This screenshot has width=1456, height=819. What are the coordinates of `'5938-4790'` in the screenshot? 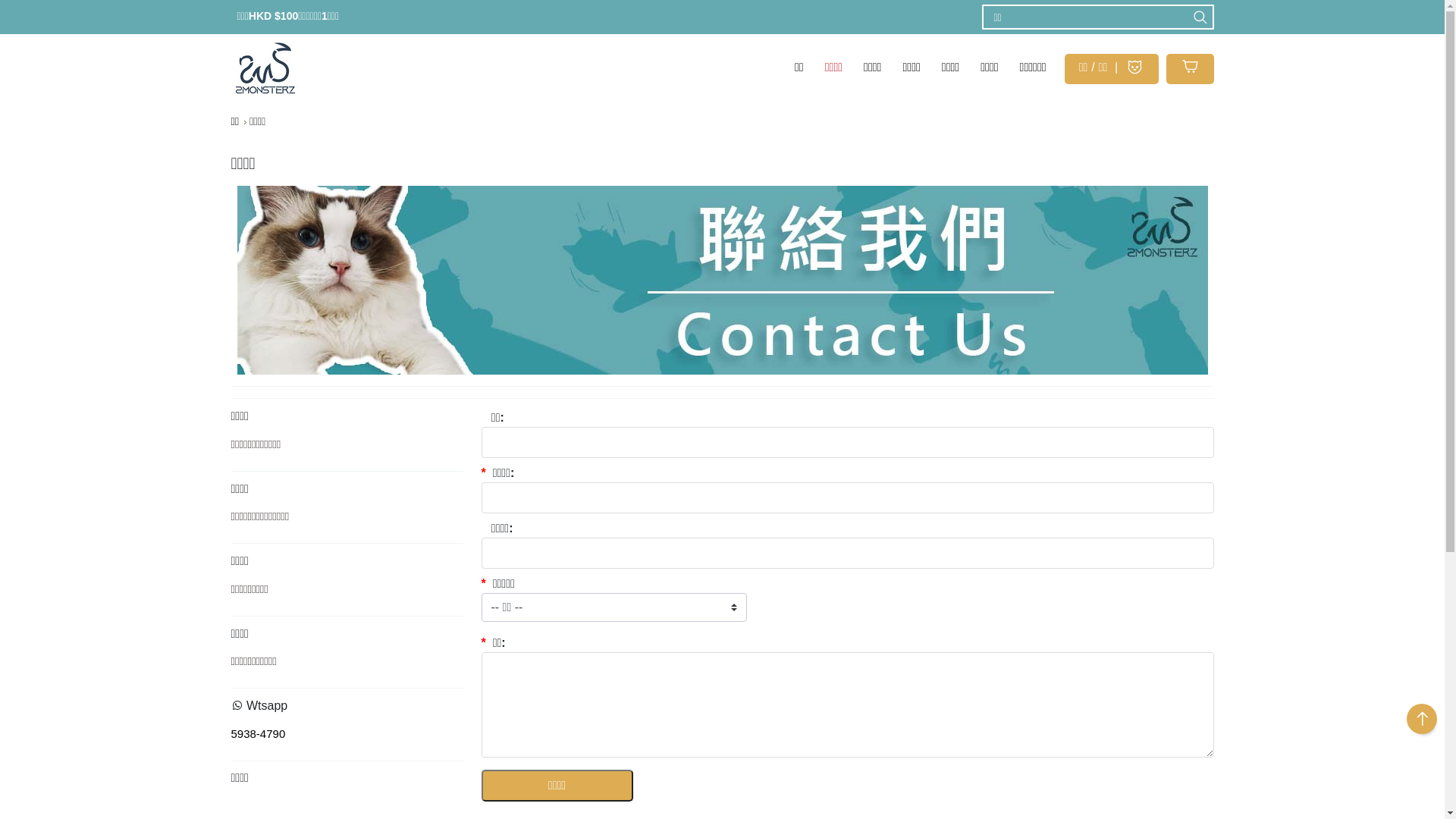 It's located at (229, 733).